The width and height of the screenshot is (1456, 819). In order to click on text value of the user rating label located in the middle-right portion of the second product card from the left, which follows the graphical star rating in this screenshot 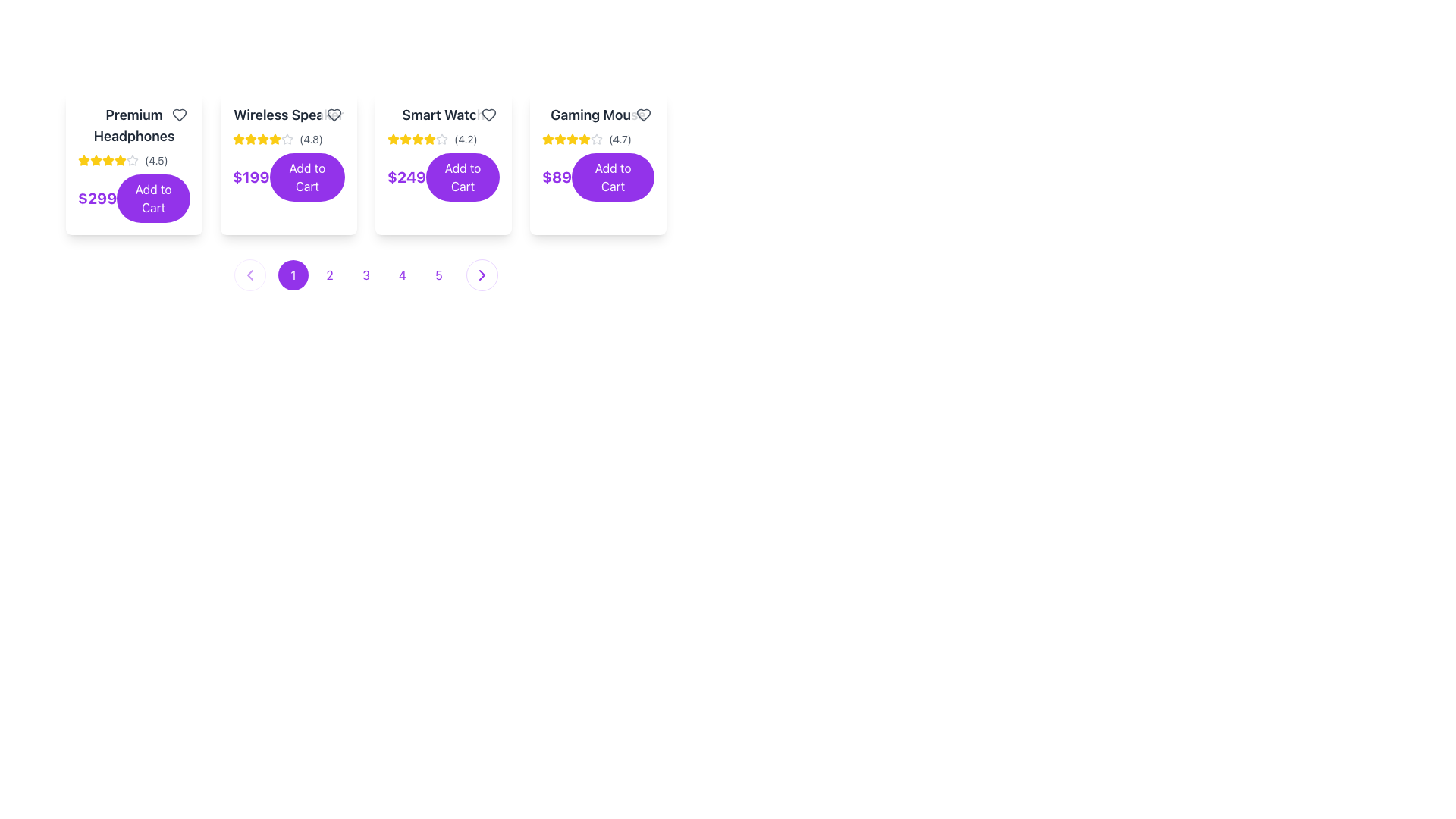, I will do `click(310, 140)`.